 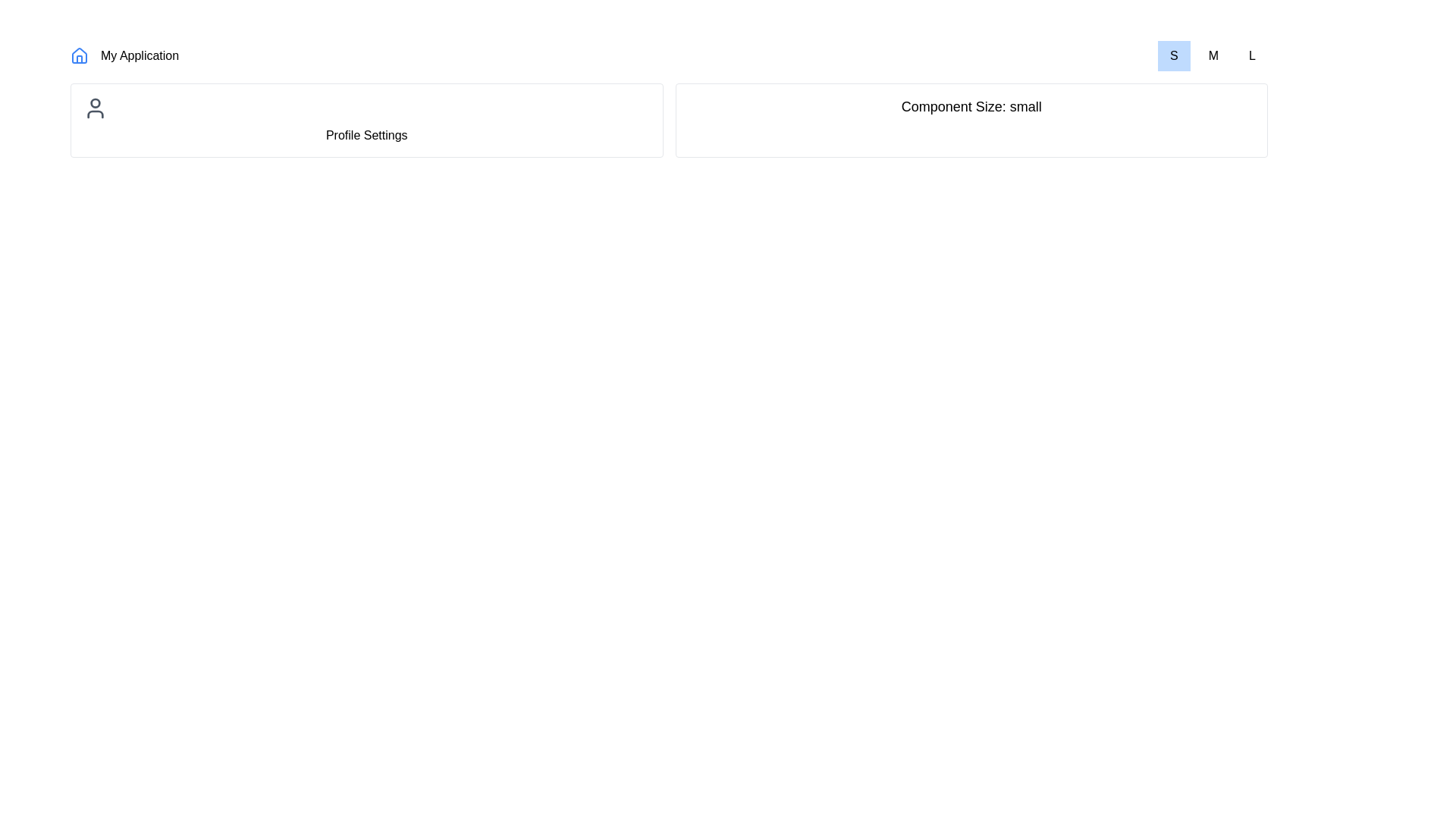 I want to click on the rectangular button labeled 'M', so click(x=1213, y=55).